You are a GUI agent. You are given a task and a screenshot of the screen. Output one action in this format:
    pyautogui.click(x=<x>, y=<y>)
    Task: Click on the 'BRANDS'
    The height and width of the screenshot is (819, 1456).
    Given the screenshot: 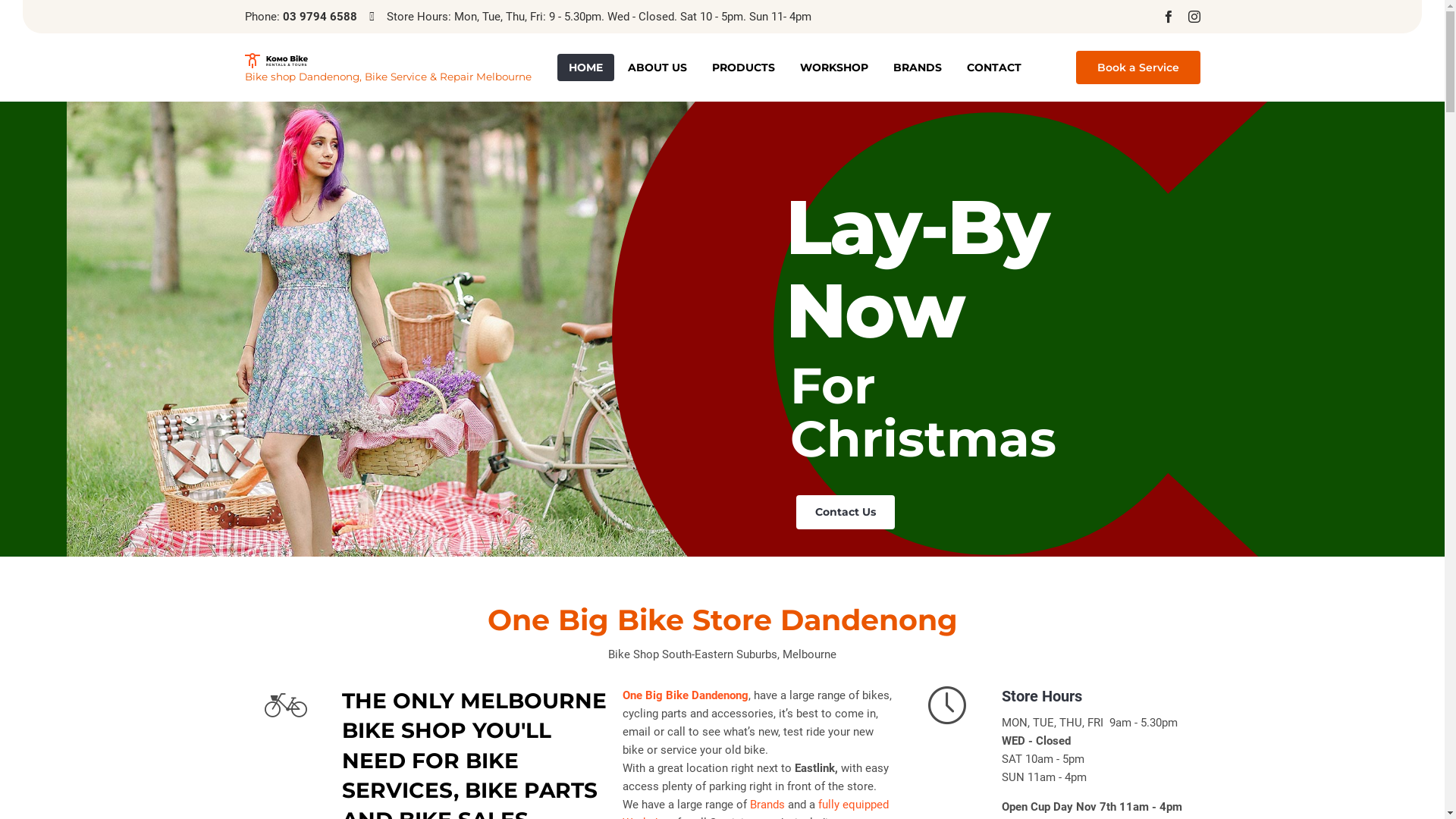 What is the action you would take?
    pyautogui.click(x=916, y=66)
    